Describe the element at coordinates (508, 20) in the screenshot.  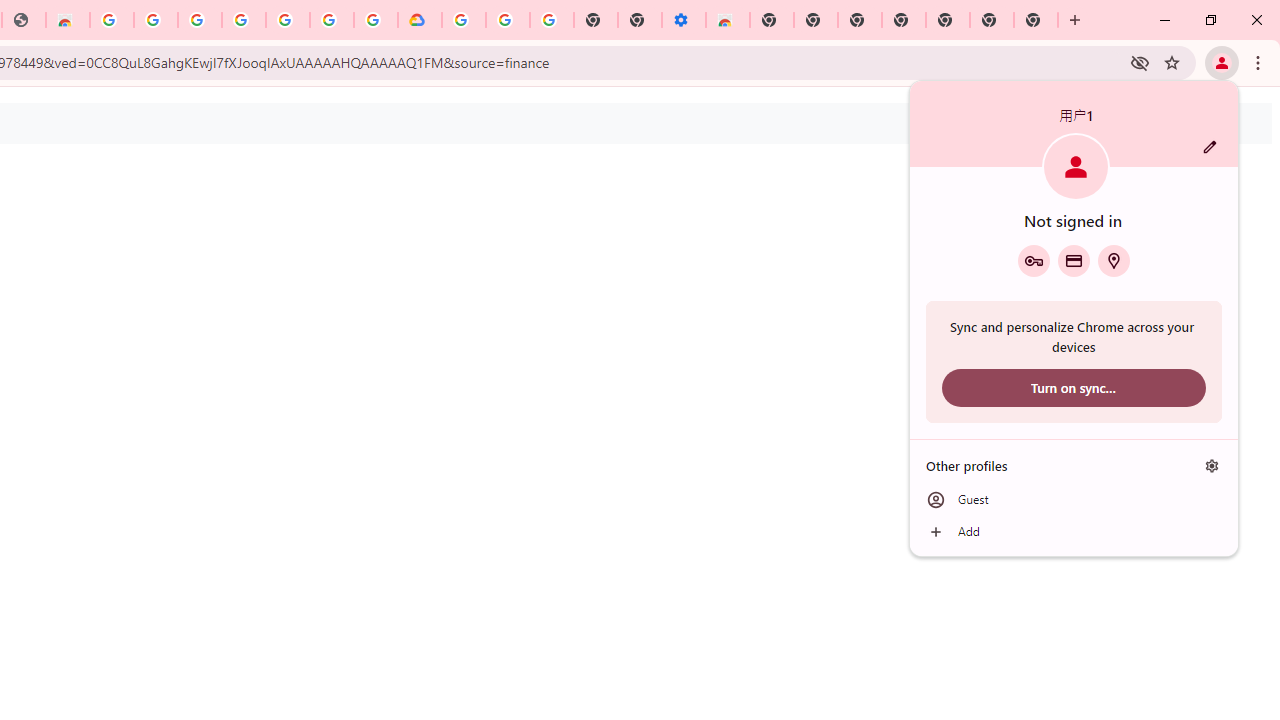
I see `'Google Account Help'` at that location.